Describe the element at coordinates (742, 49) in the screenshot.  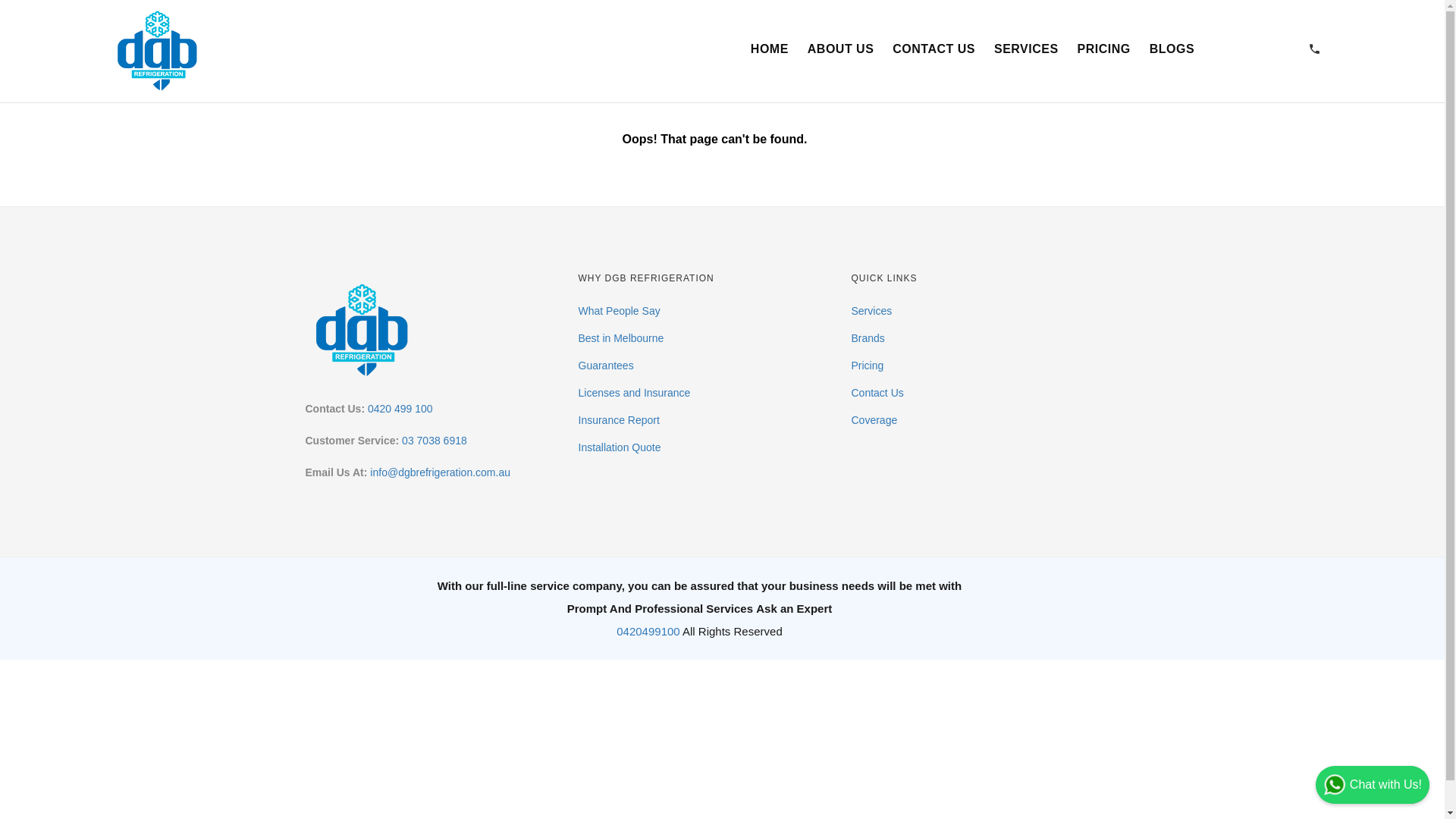
I see `'HOME'` at that location.